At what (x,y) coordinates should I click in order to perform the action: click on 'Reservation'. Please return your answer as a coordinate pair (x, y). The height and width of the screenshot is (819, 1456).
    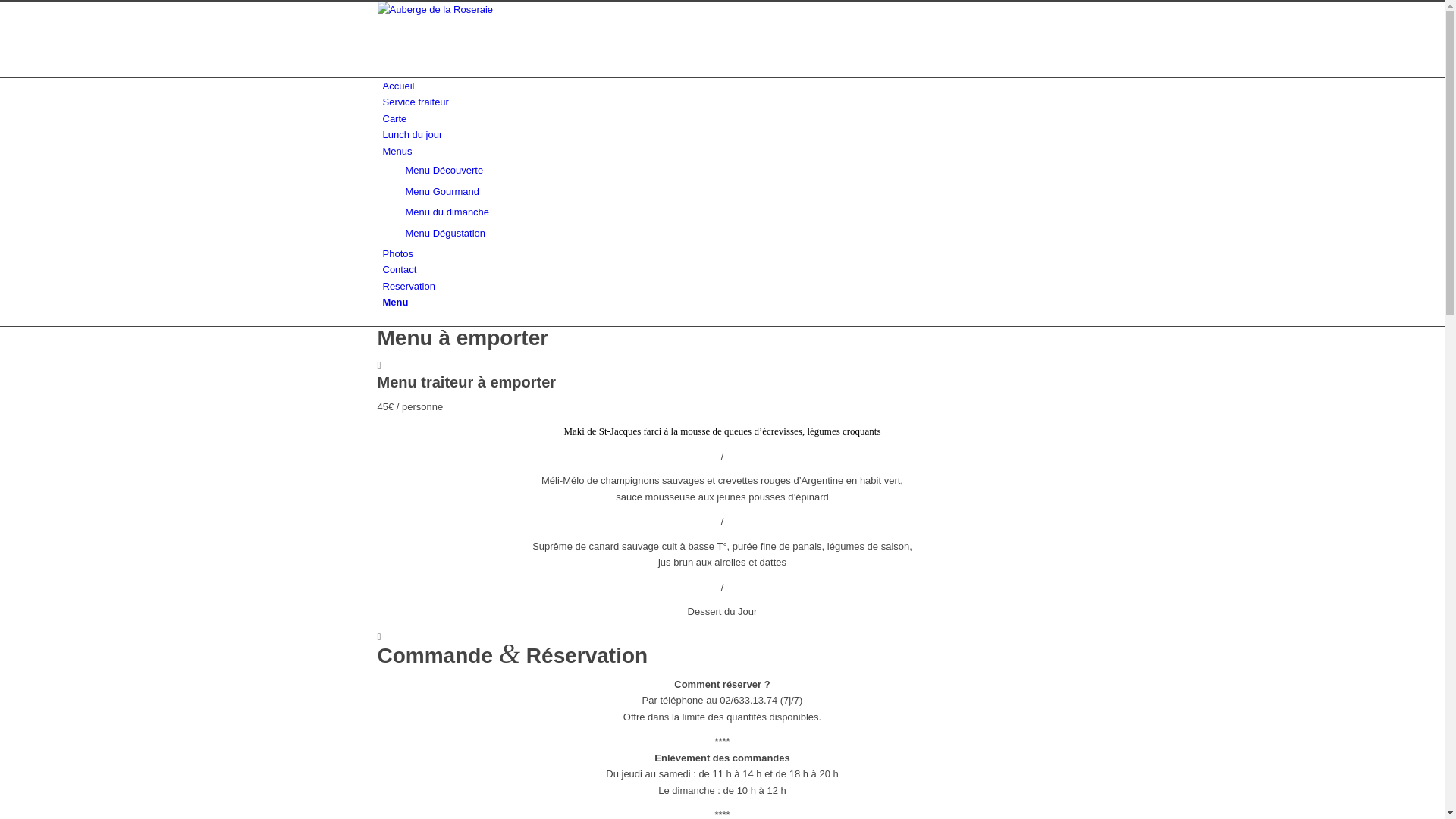
    Looking at the image, I should click on (408, 286).